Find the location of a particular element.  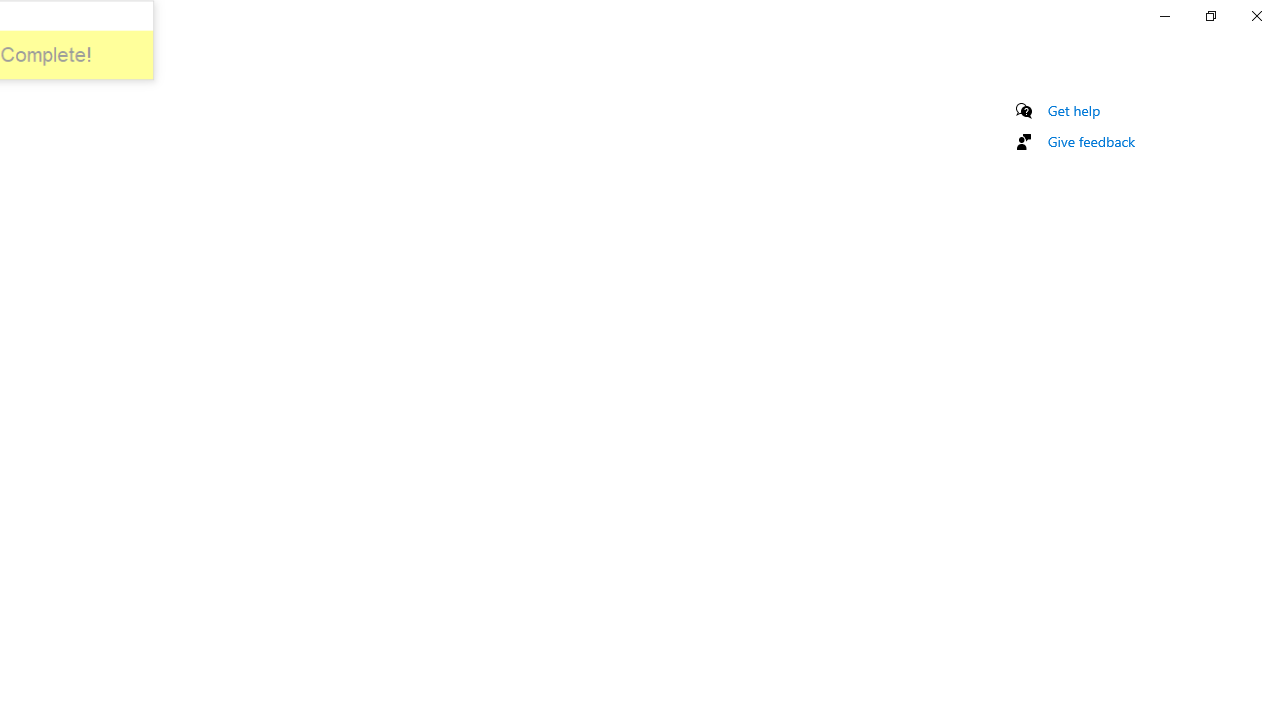

'Minimize Settings' is located at coordinates (1164, 15).